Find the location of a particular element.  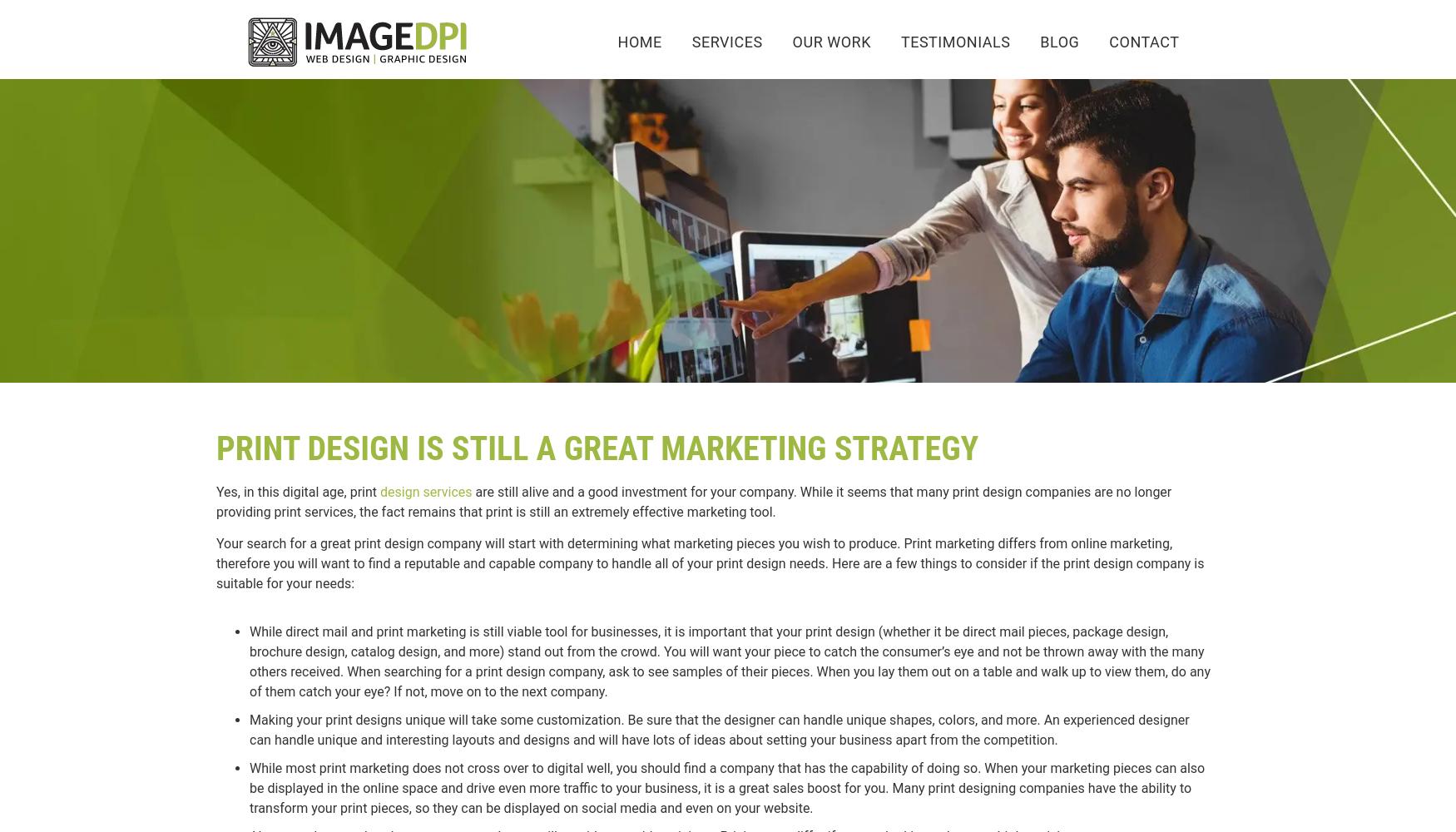

'Print Design is still a great marketing strategy' is located at coordinates (597, 448).